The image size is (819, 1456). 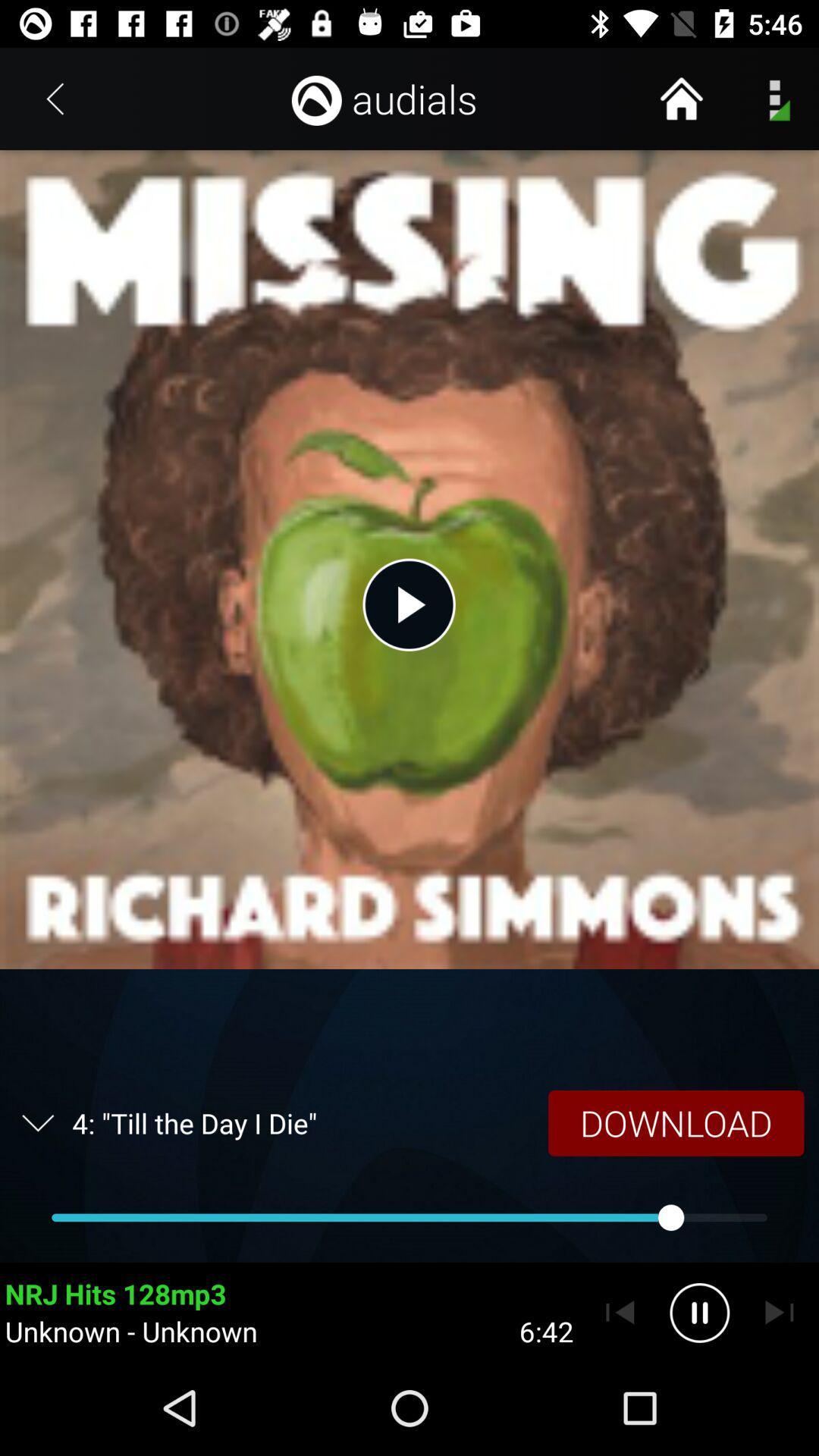 I want to click on the download icon, so click(x=675, y=1123).